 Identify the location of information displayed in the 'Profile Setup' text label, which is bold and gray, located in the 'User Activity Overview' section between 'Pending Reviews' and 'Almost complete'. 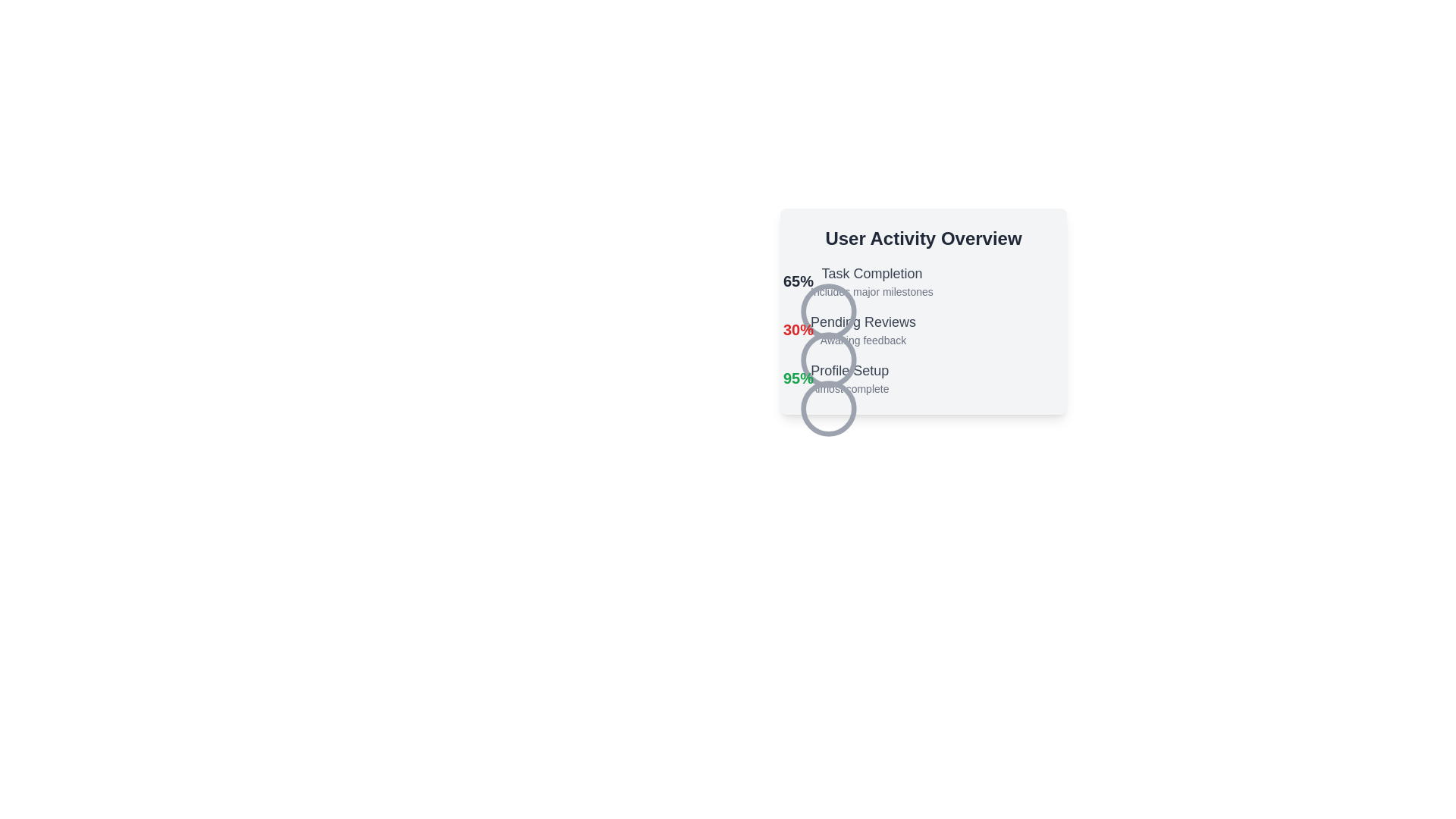
(849, 371).